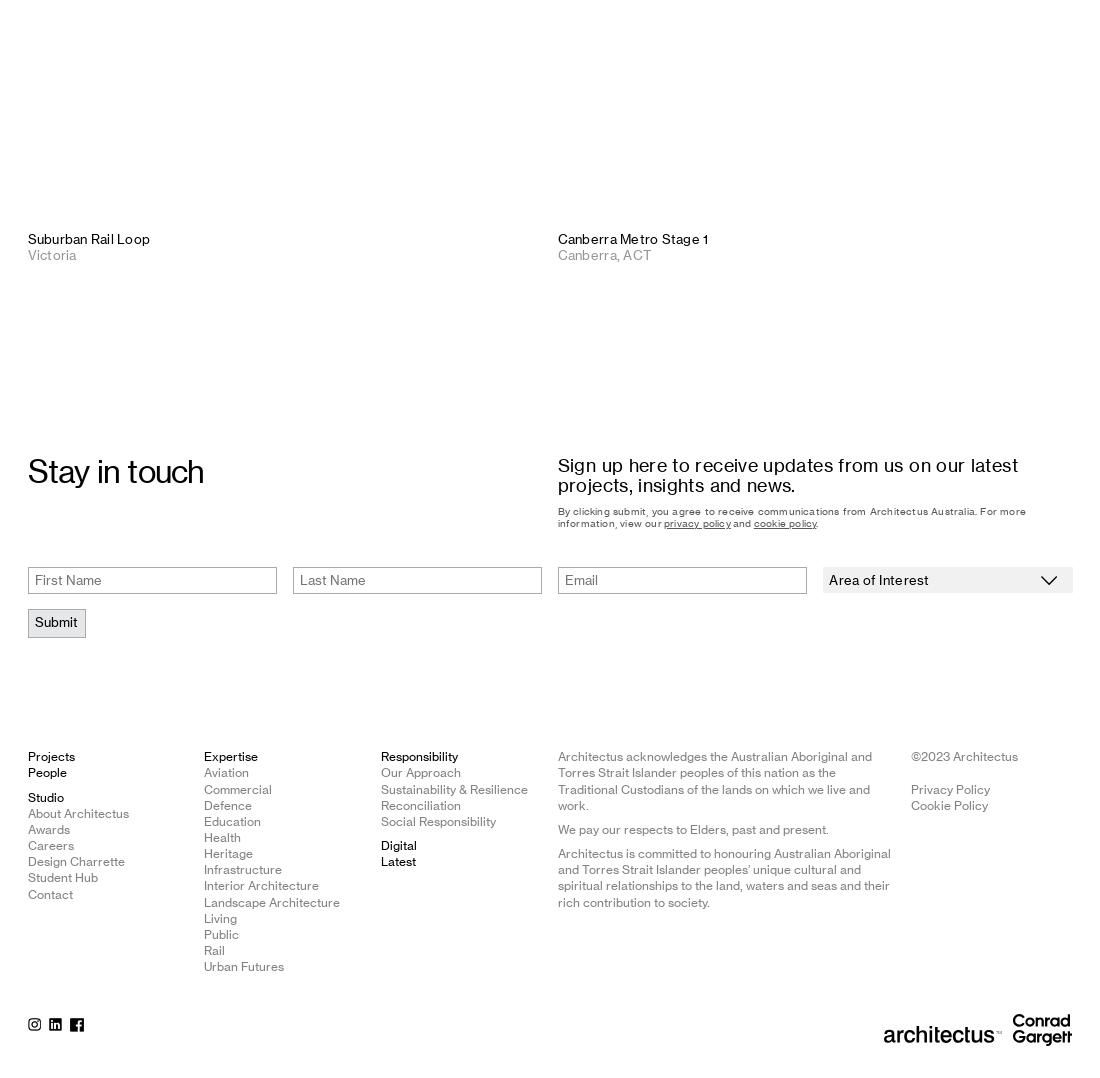 The image size is (1100, 1078). Describe the element at coordinates (784, 523) in the screenshot. I see `'cookie policy'` at that location.